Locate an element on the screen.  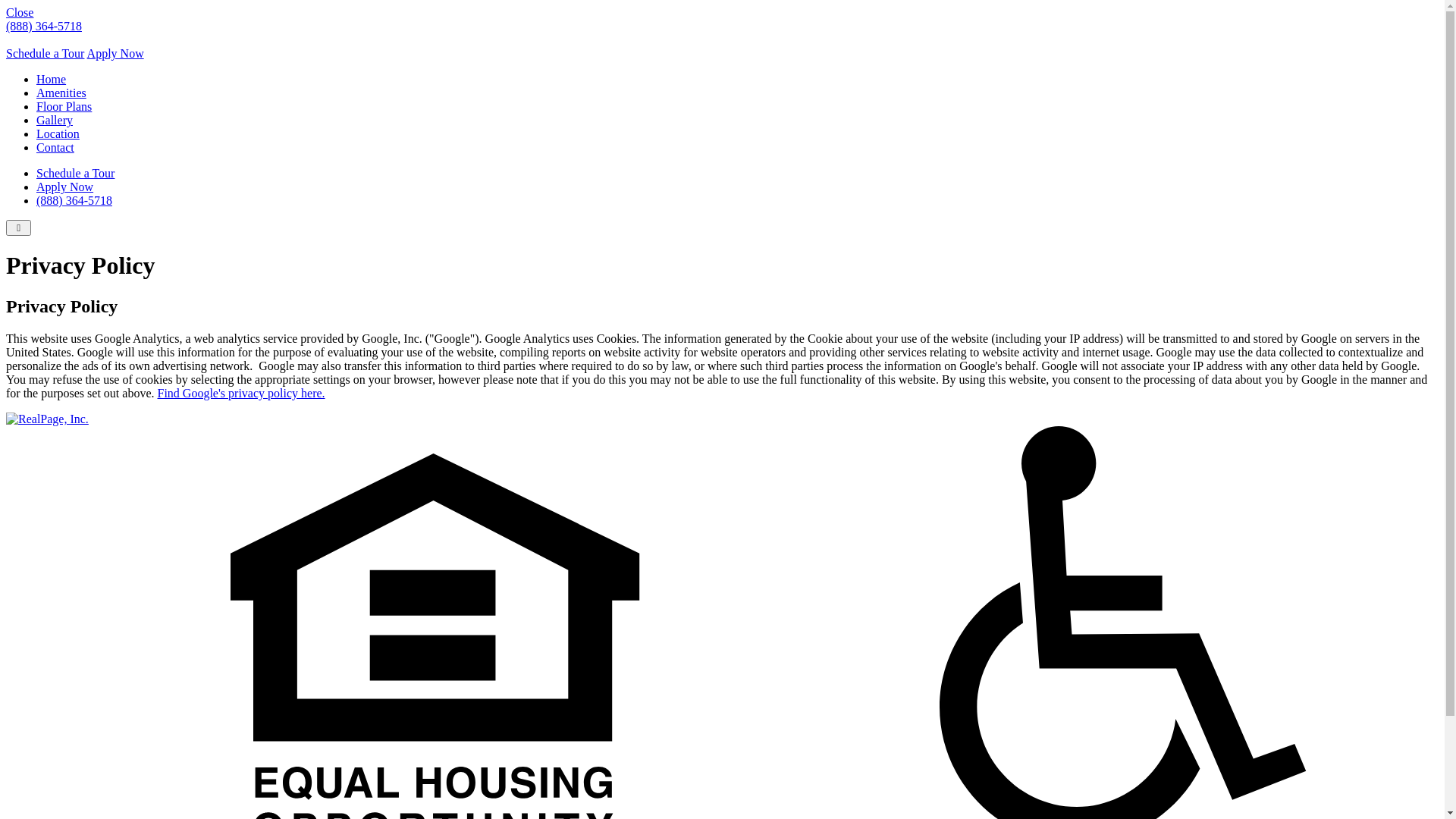
'Find Google's privacy policy here.' is located at coordinates (157, 392).